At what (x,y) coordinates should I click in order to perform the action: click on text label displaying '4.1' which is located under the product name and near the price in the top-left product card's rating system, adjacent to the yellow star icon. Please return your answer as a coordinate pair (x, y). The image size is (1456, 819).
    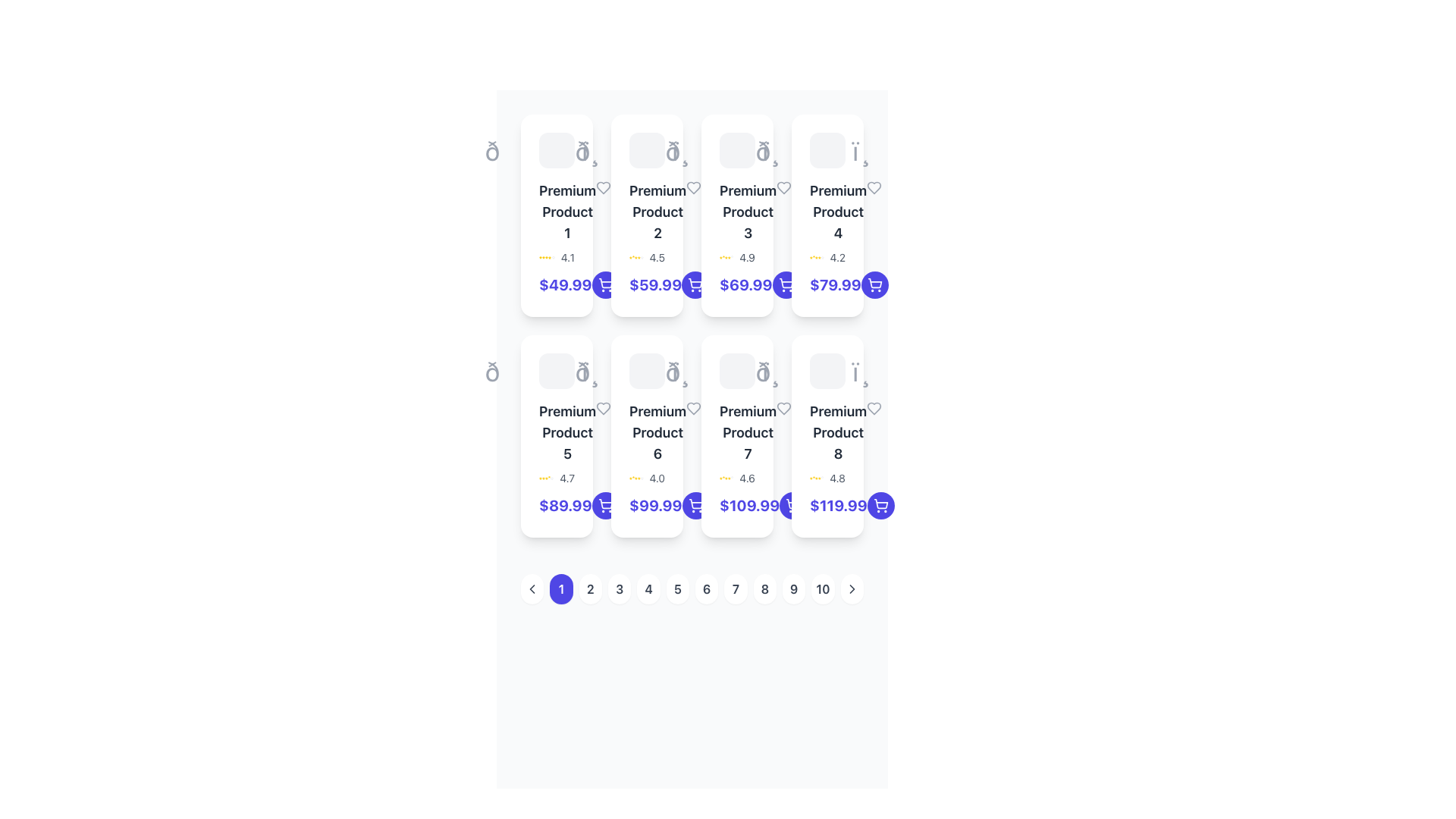
    Looking at the image, I should click on (566, 256).